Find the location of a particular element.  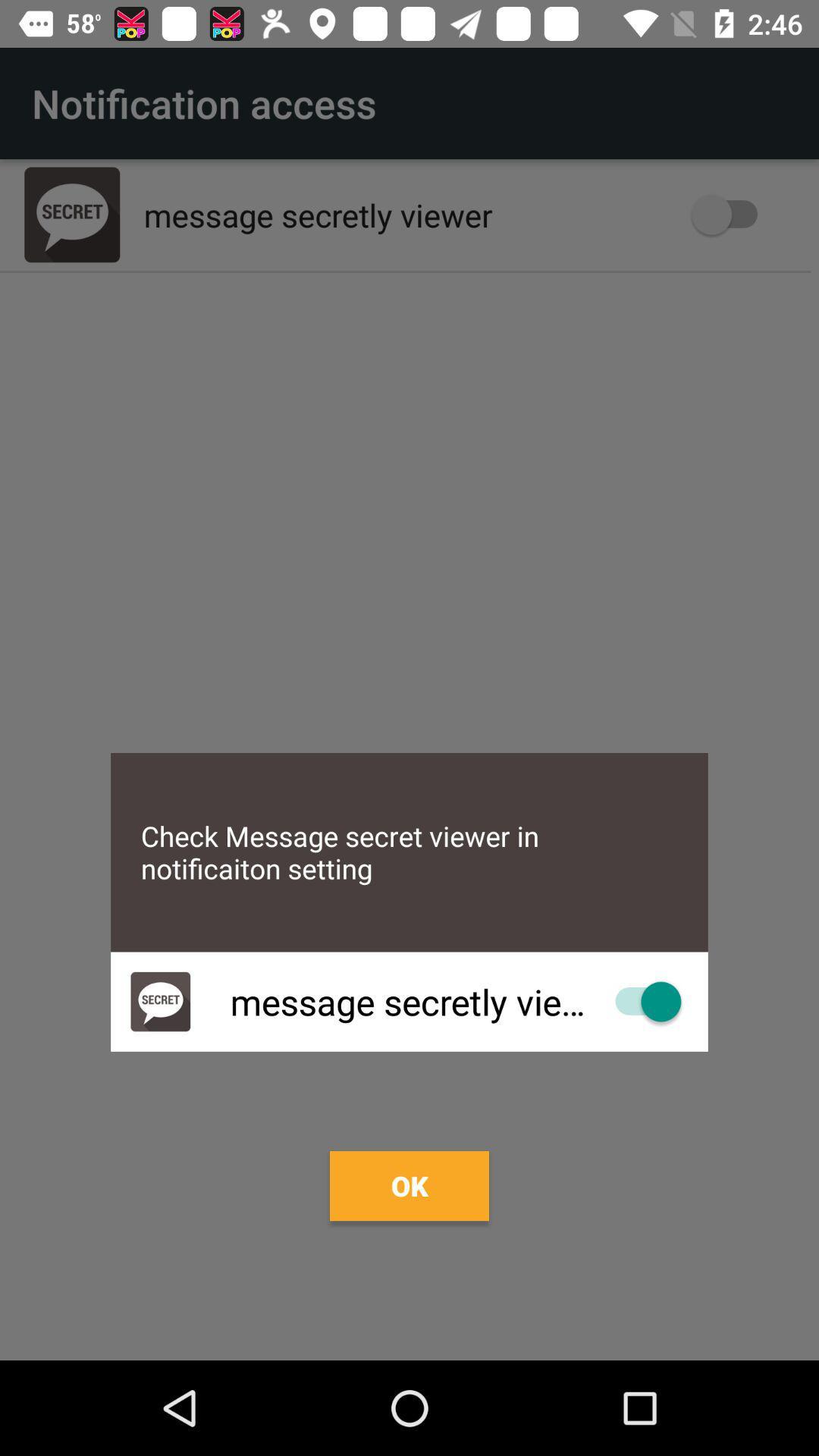

the ok item is located at coordinates (409, 1185).